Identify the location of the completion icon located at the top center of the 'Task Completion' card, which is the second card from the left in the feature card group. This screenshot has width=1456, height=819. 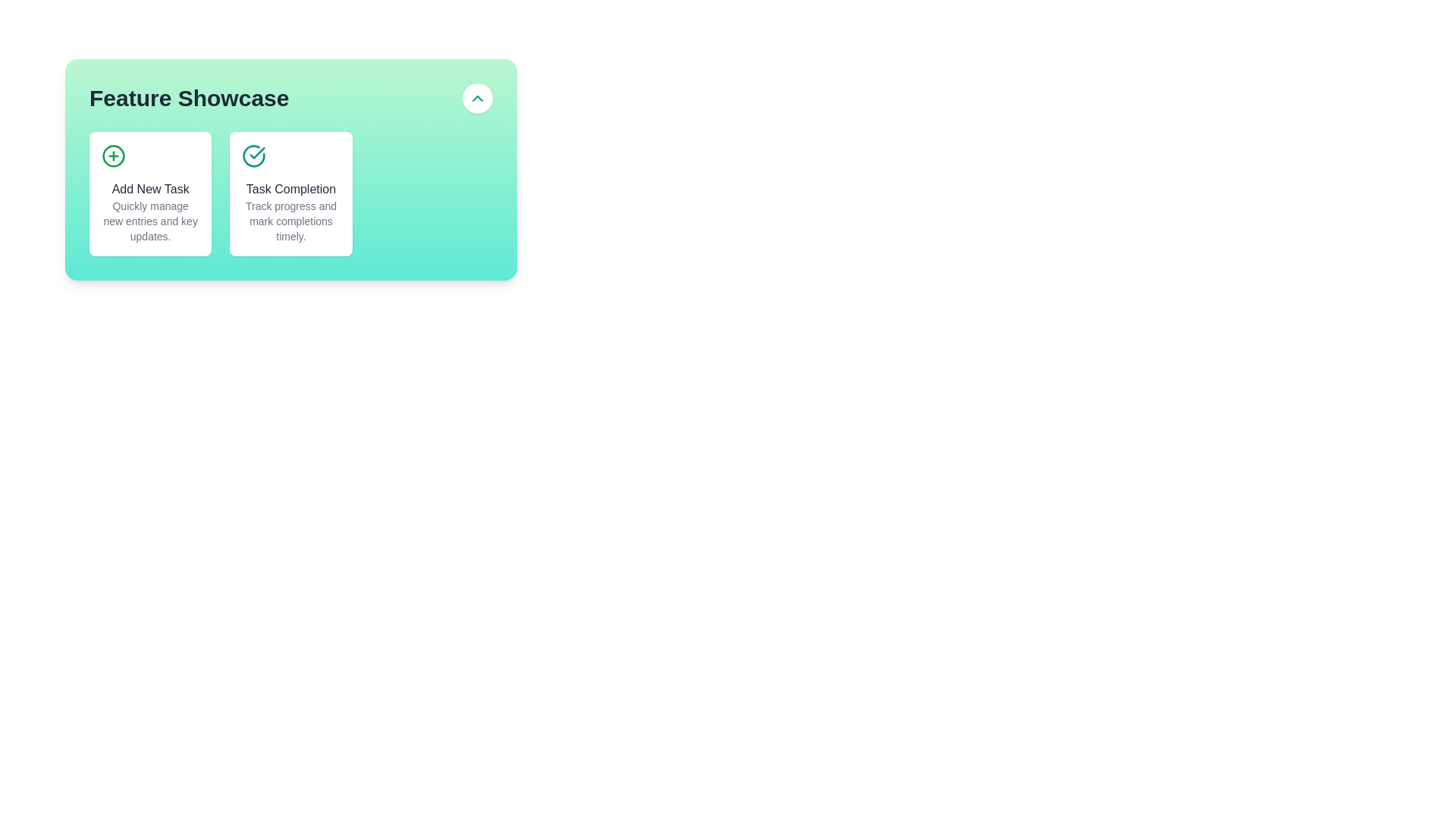
(254, 155).